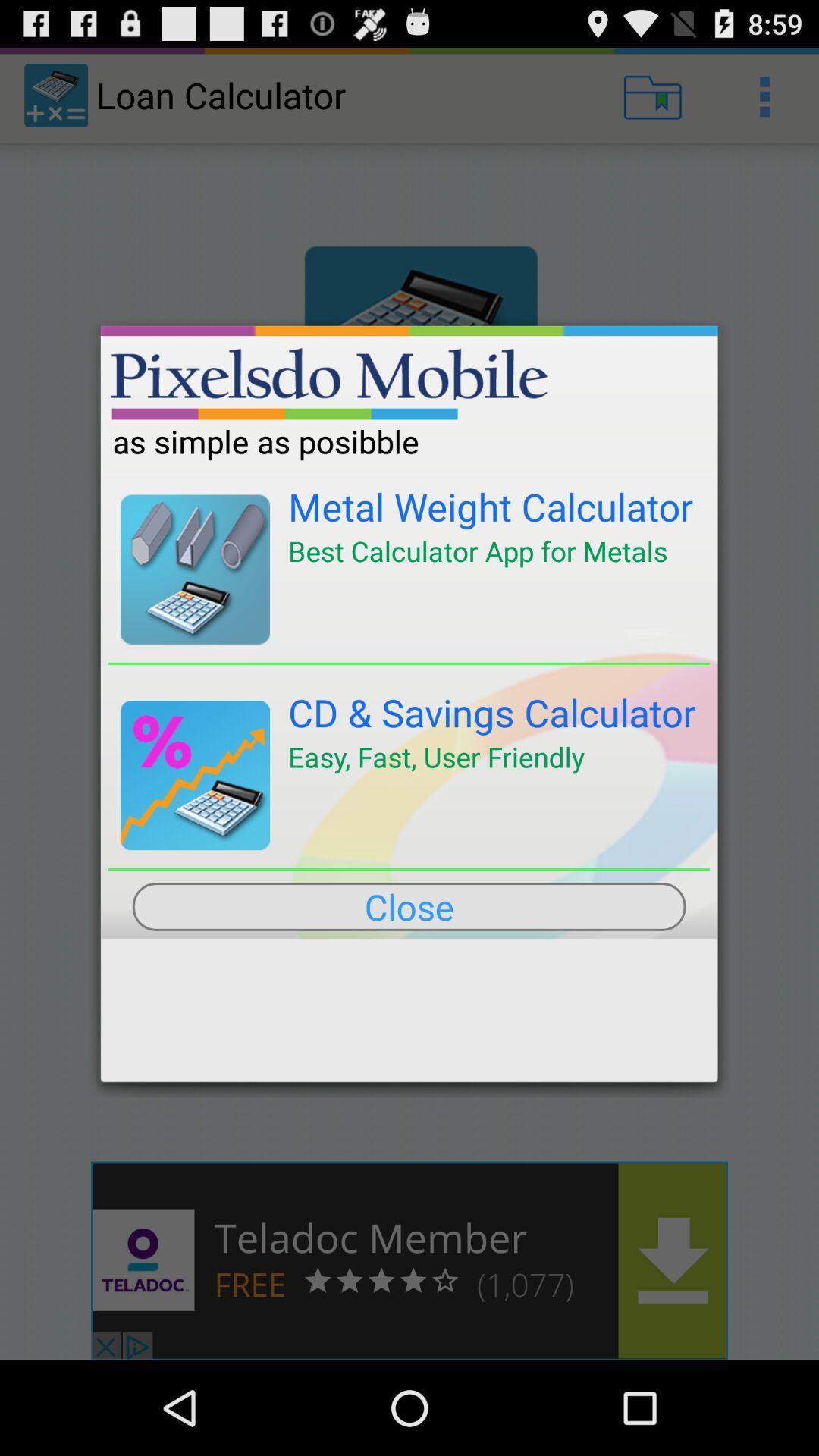  Describe the element at coordinates (436, 757) in the screenshot. I see `icon below cd & savings calculator icon` at that location.